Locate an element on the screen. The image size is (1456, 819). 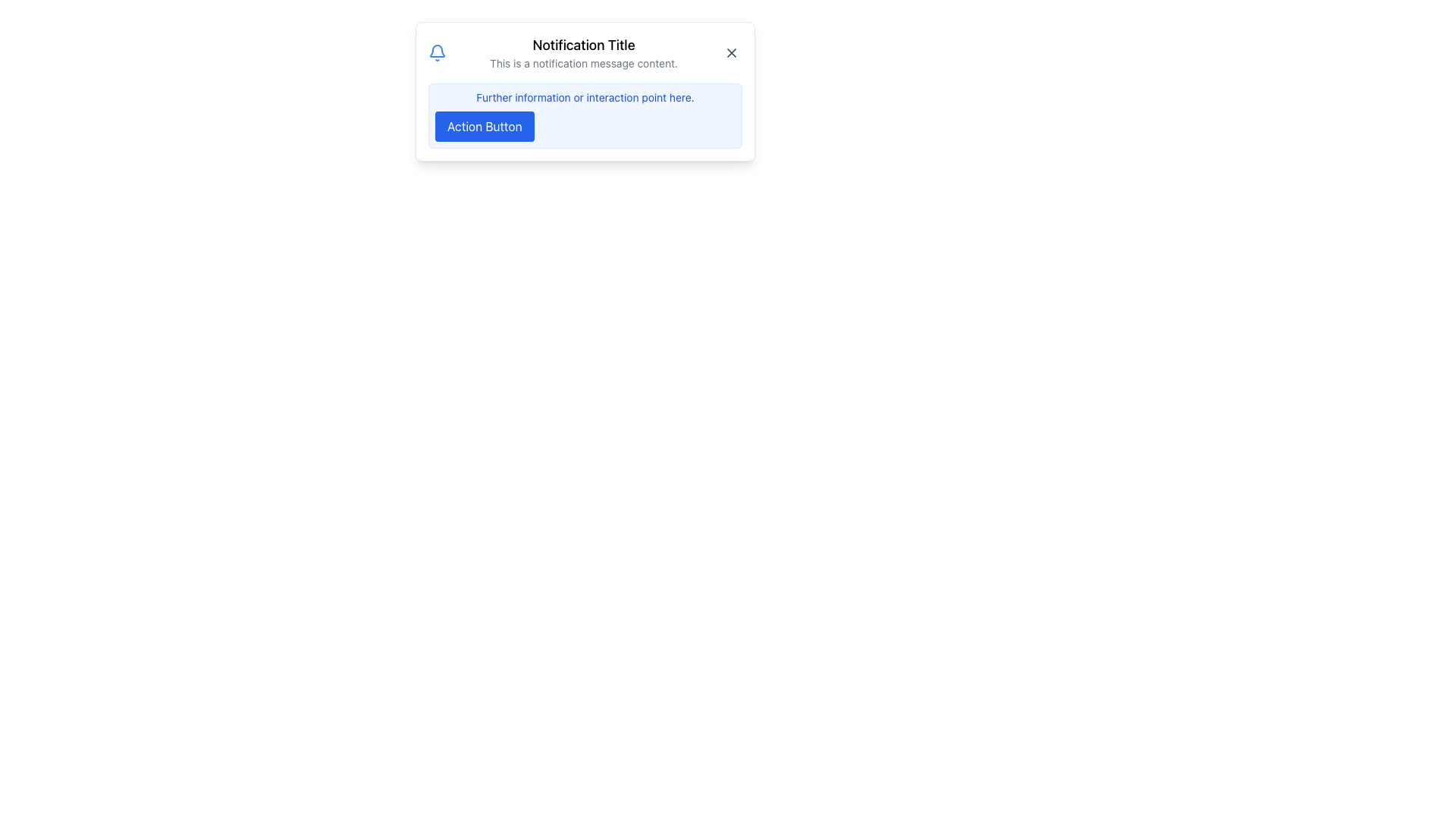
text label positioned at the top-center of the notification box, summarizing the content below is located at coordinates (582, 45).